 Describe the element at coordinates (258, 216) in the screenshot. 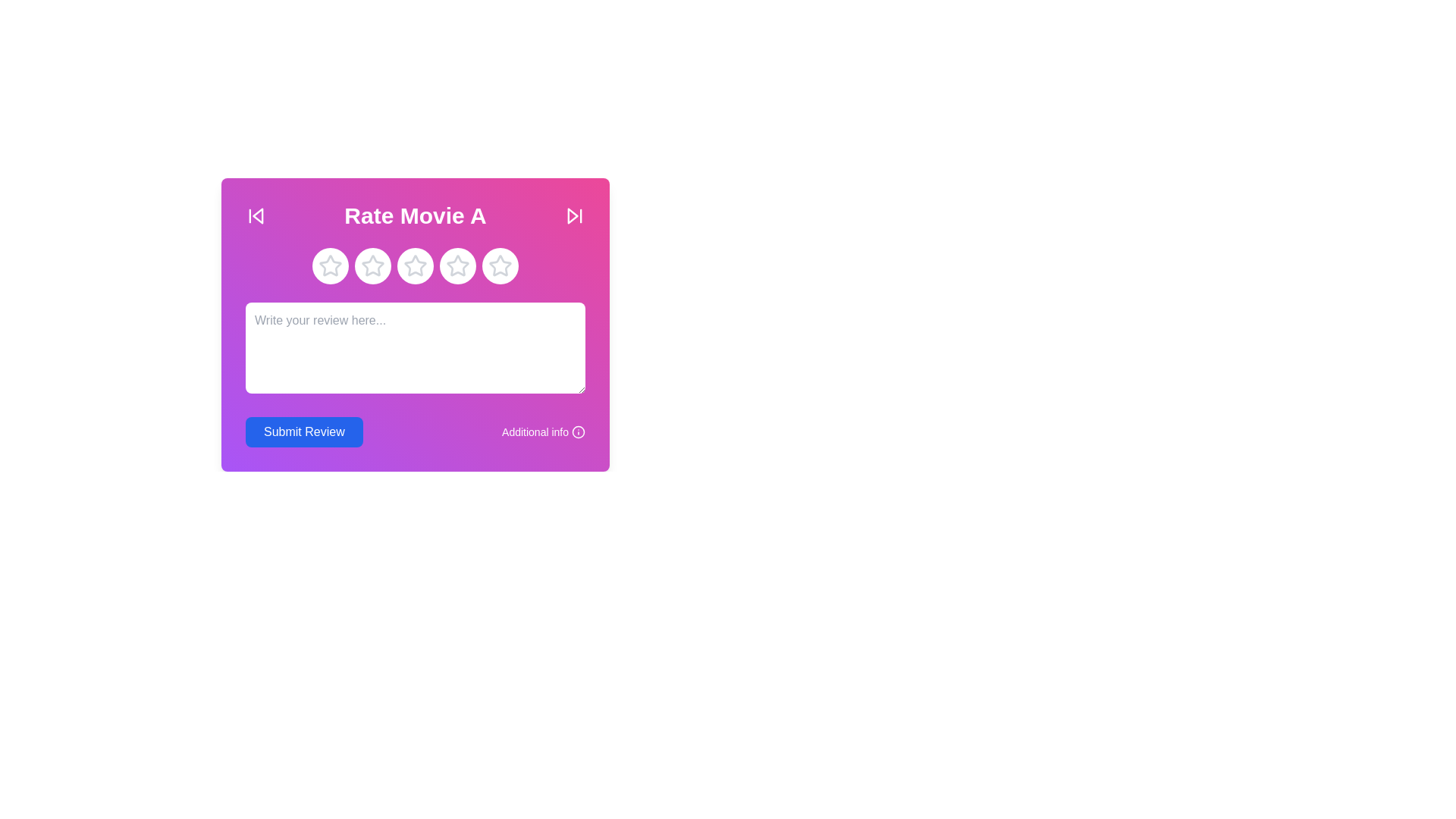

I see `the left-pointing triangular 'back' navigation icon located in the top-left corner of the modal titled 'Rate Movie A'` at that location.